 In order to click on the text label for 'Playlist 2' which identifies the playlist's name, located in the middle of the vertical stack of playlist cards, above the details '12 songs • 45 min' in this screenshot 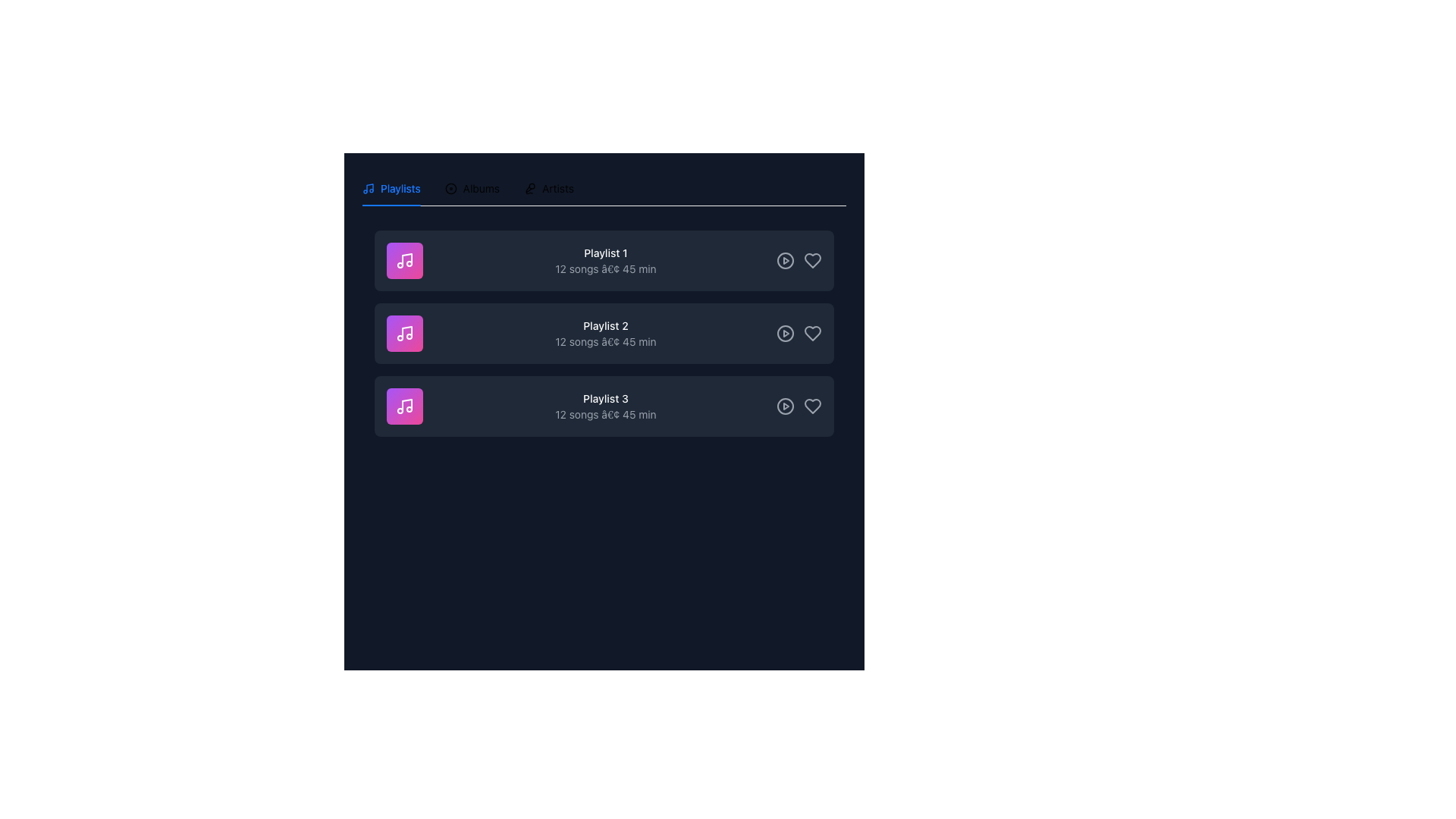, I will do `click(604, 325)`.